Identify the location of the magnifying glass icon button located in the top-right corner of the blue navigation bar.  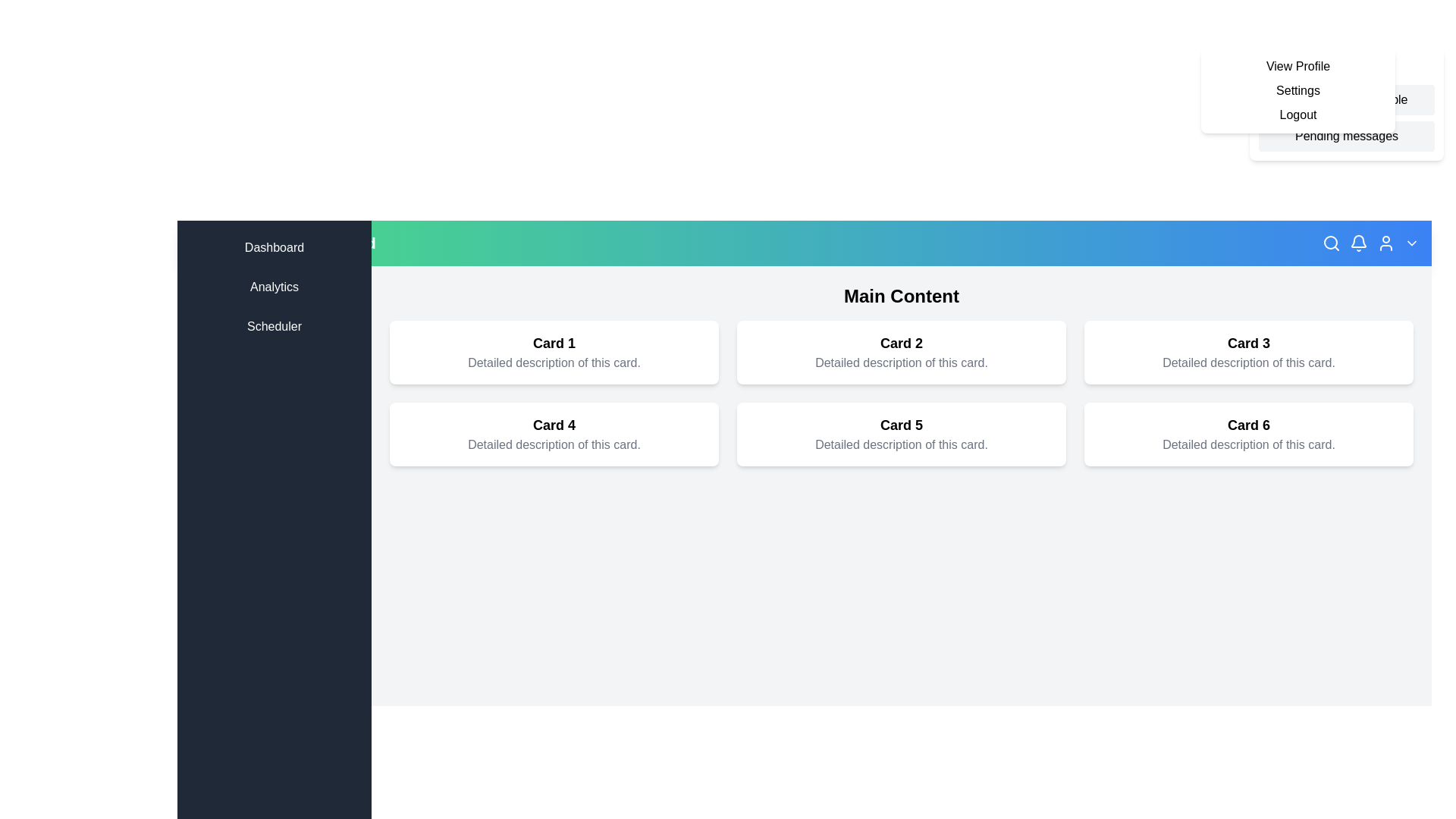
(1331, 242).